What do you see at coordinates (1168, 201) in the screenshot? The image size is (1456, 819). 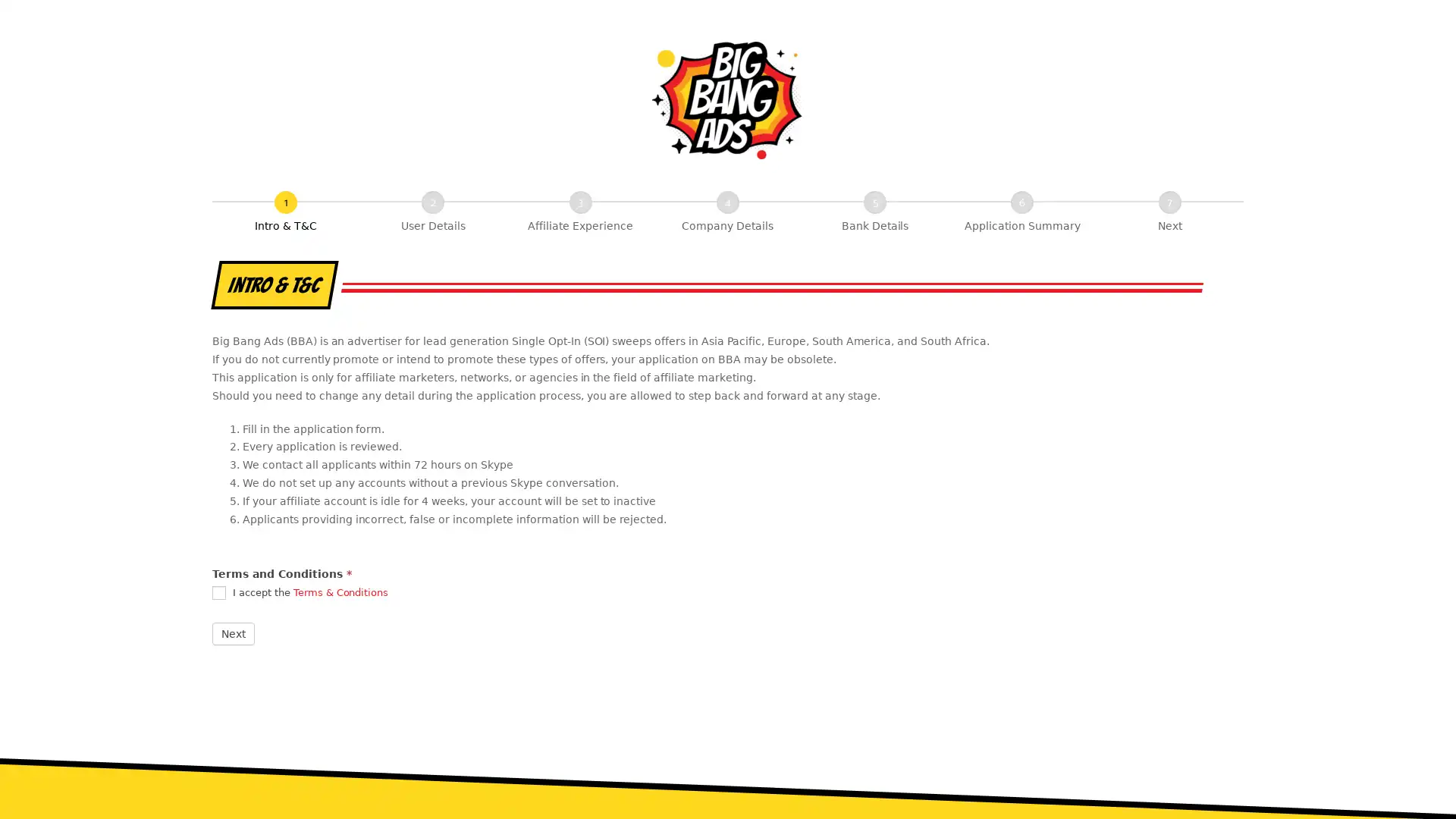 I see `Next` at bounding box center [1168, 201].